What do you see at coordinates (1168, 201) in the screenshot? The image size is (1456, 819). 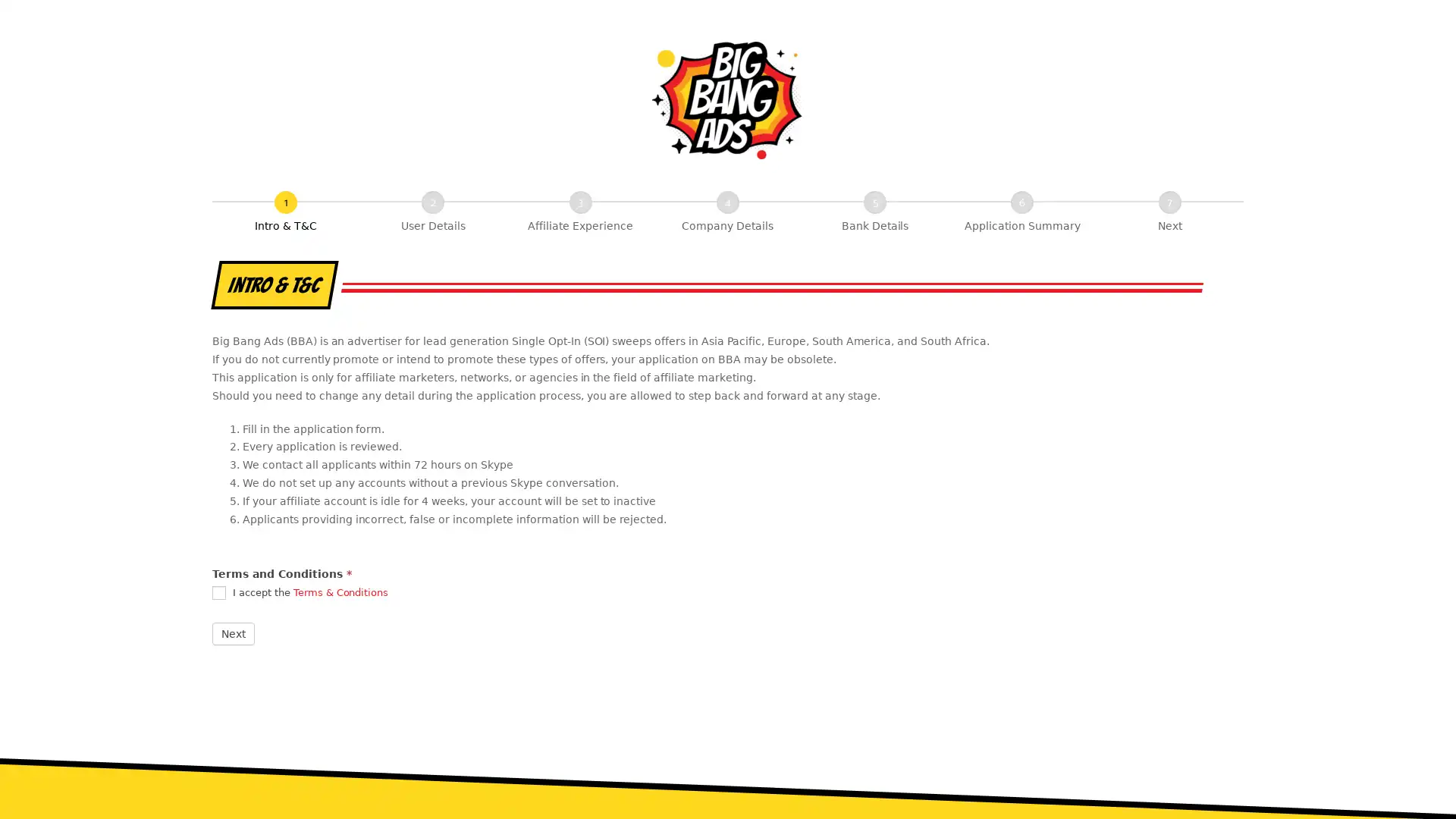 I see `Next` at bounding box center [1168, 201].